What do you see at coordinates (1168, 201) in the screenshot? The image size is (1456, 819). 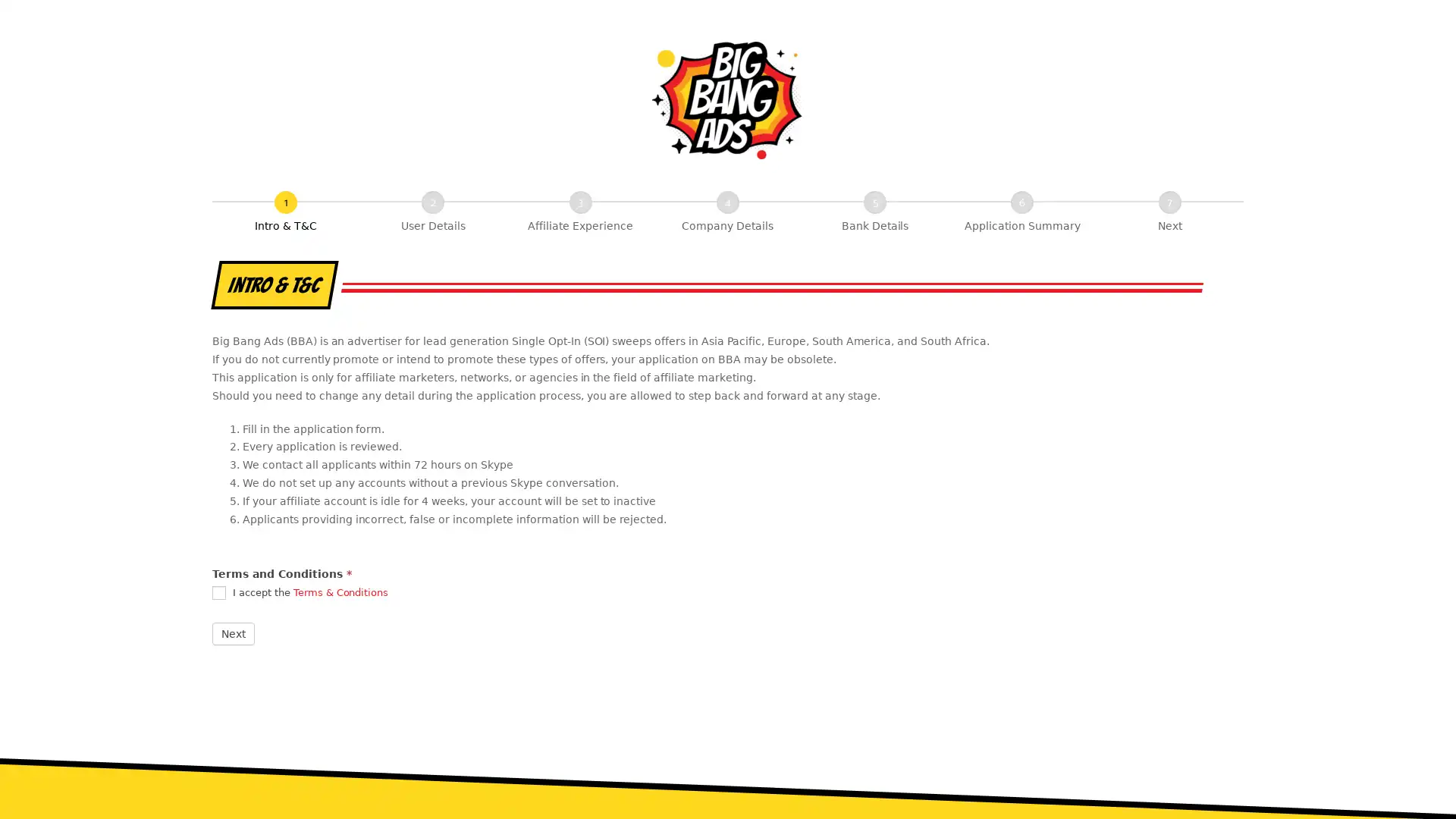 I see `Next` at bounding box center [1168, 201].